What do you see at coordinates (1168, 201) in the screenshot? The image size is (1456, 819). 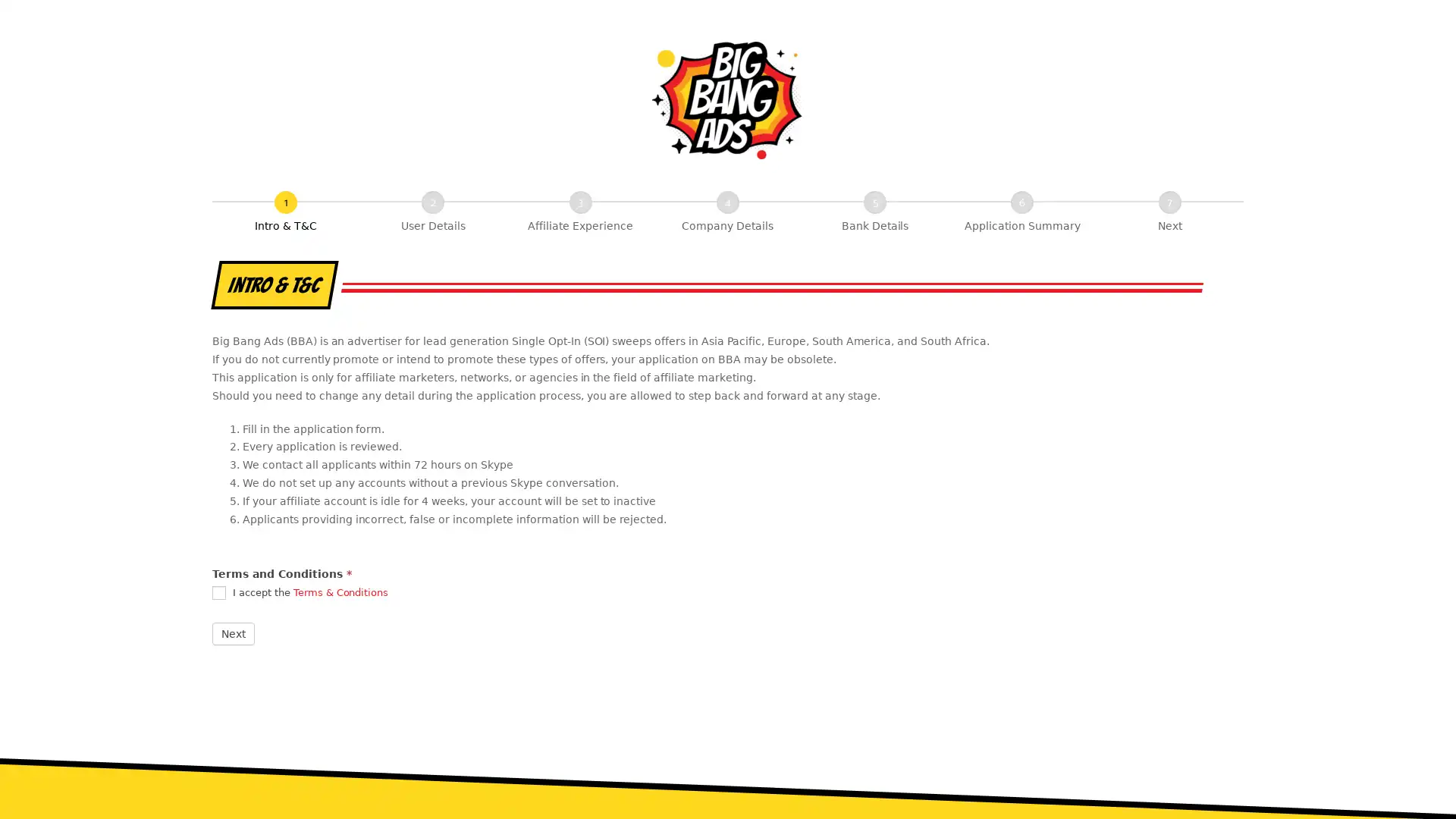 I see `Next` at bounding box center [1168, 201].